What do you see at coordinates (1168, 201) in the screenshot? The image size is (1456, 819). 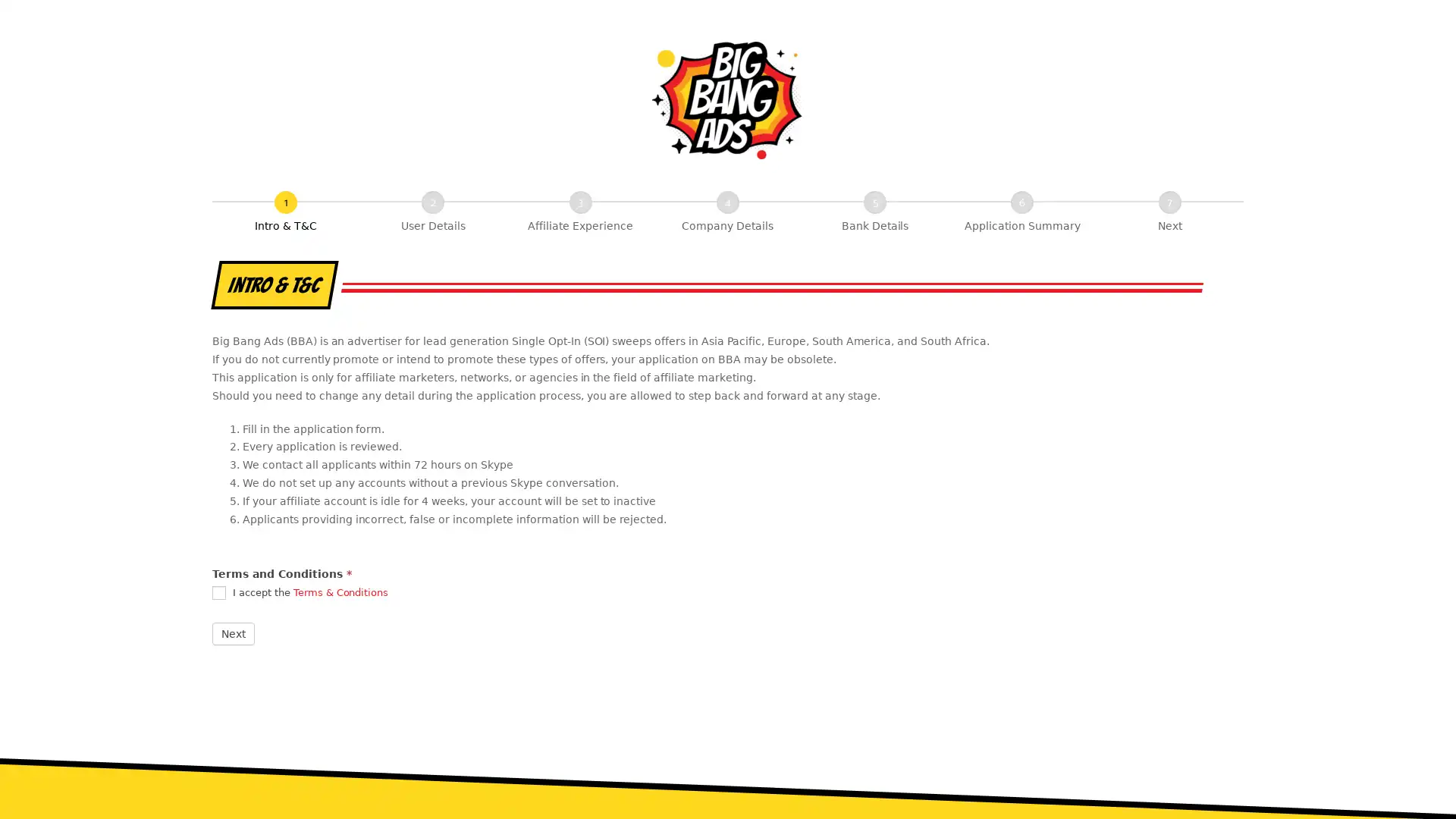 I see `Next` at bounding box center [1168, 201].